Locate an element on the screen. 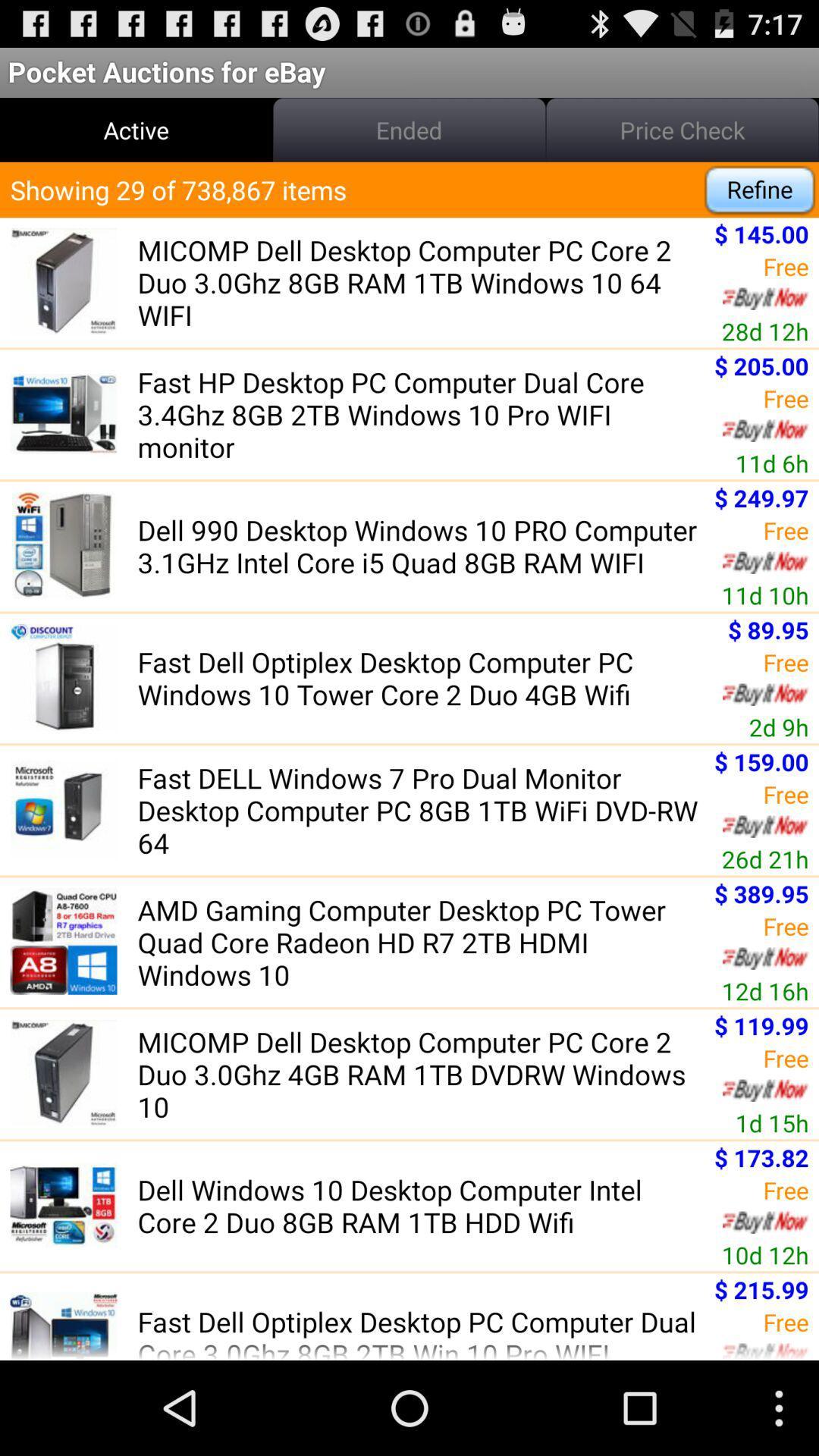  app above $ 173.82 icon is located at coordinates (772, 1122).